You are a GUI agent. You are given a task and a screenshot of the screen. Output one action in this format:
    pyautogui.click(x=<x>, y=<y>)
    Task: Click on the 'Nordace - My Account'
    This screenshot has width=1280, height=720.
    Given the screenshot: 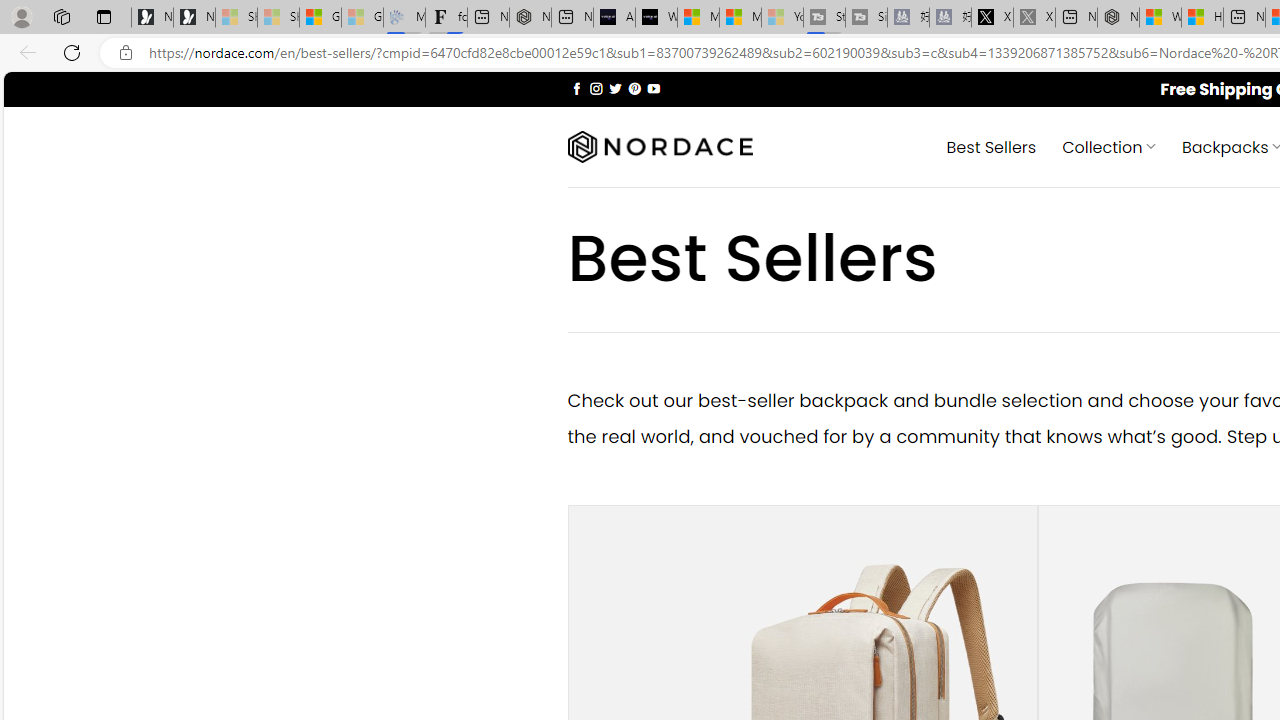 What is the action you would take?
    pyautogui.click(x=1117, y=17)
    